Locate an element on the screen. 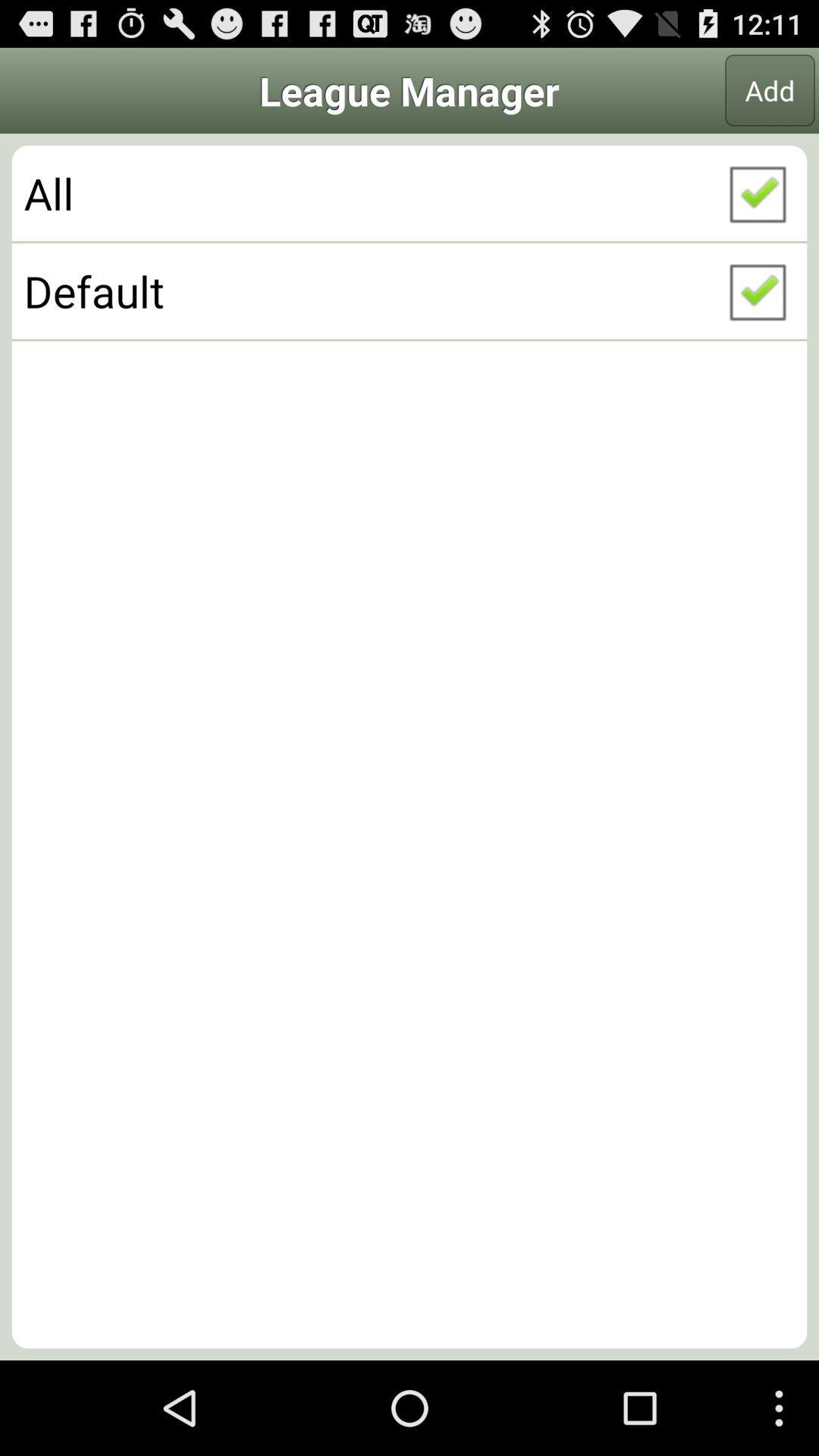 The image size is (819, 1456). the icon above the default checkbox is located at coordinates (409, 192).